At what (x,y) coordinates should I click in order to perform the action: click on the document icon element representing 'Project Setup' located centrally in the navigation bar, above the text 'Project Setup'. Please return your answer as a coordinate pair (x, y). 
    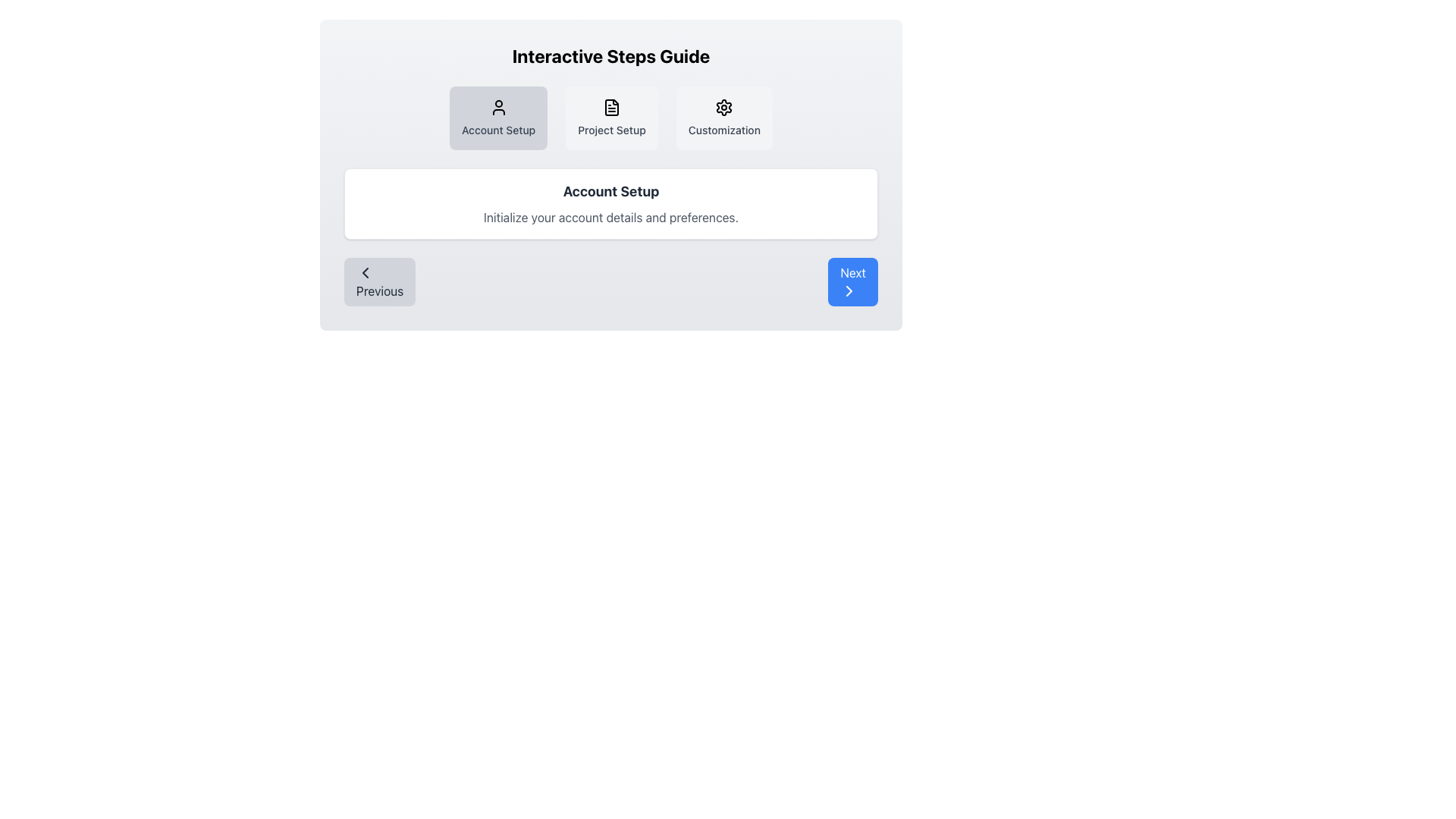
    Looking at the image, I should click on (611, 107).